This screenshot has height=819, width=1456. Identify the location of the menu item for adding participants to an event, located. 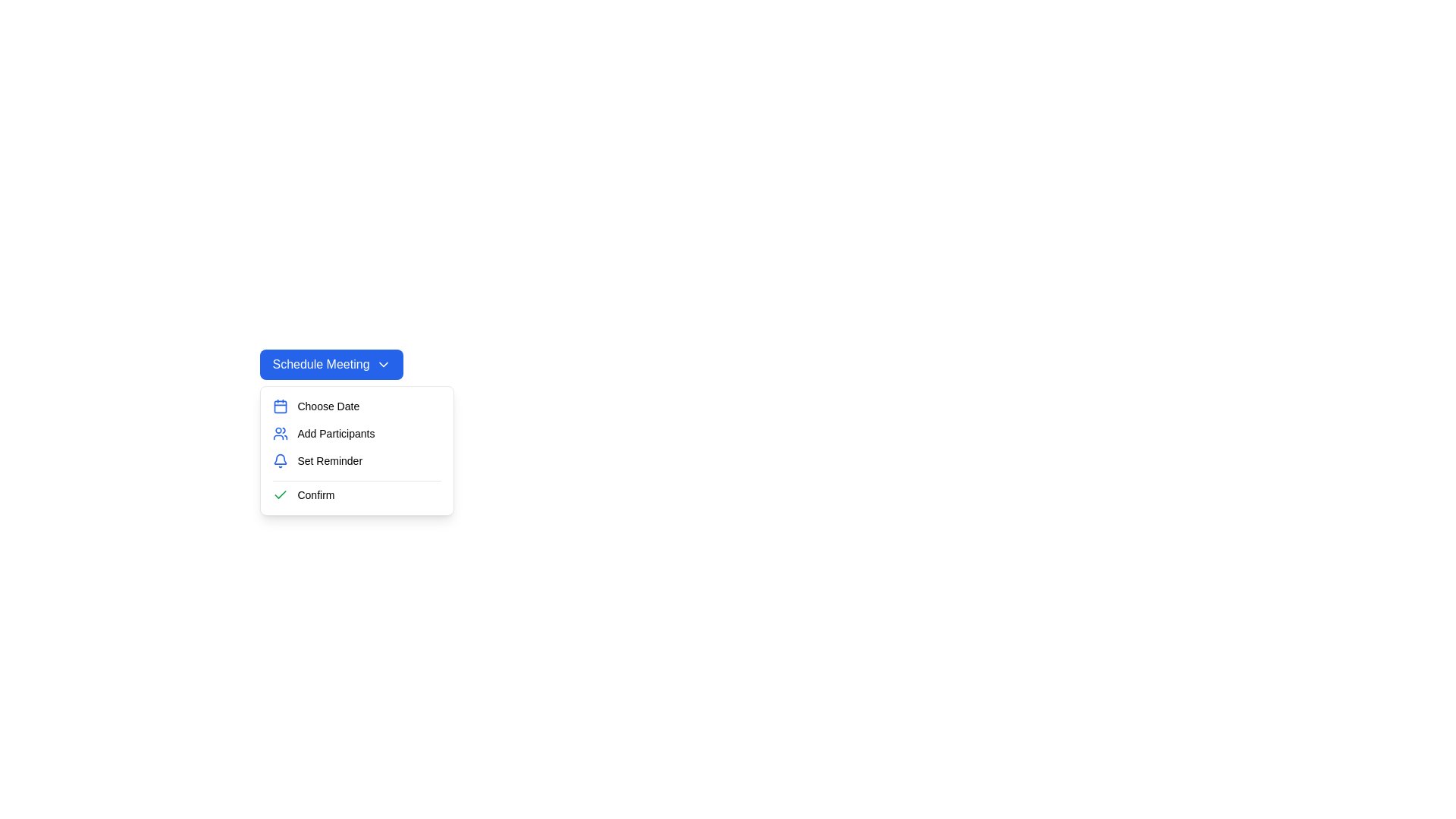
(356, 433).